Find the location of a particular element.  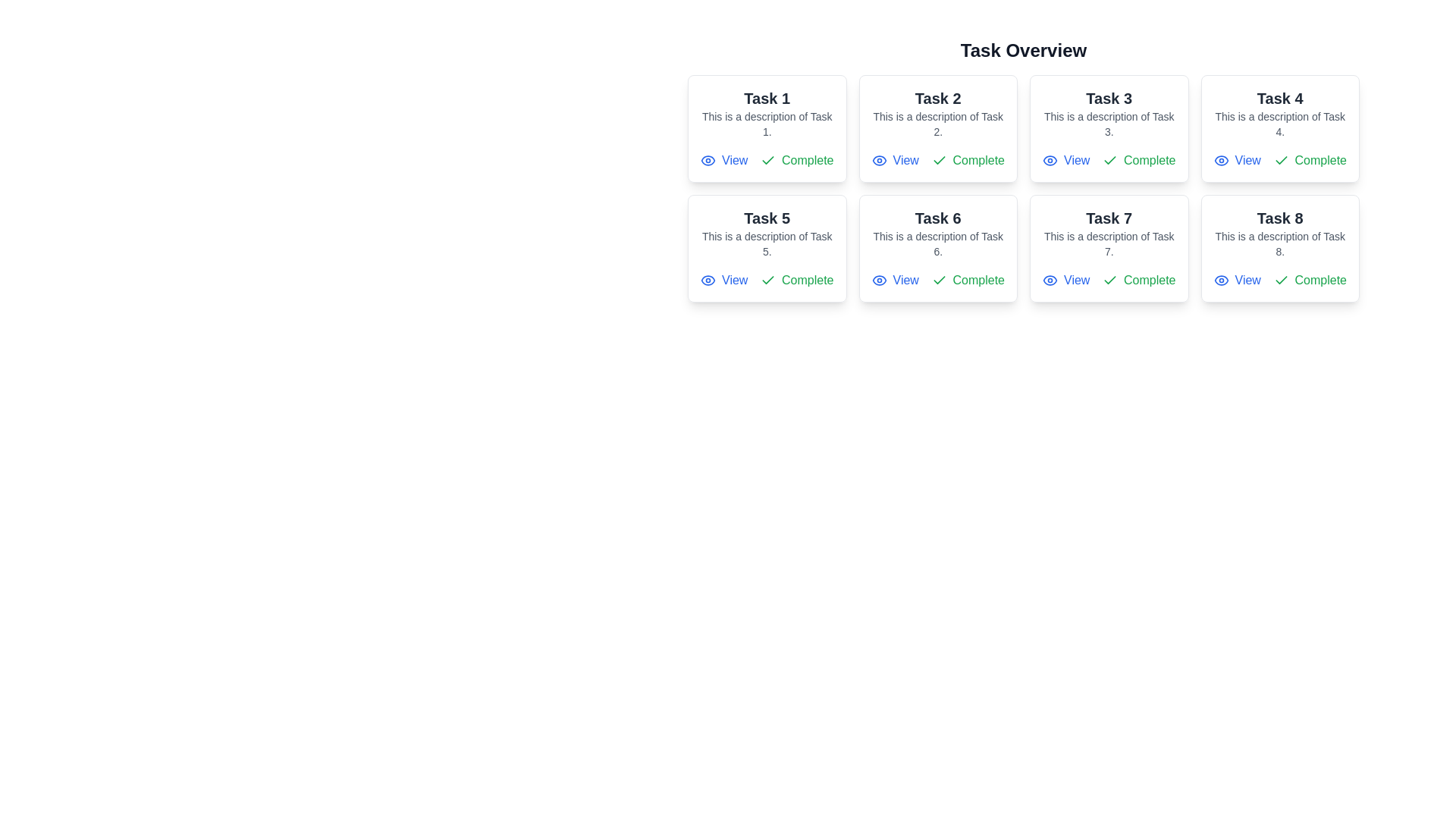

the checkmark icon located in the lower row of task cards, specifically within 'Task 6', adjacent to the text 'Complete' is located at coordinates (938, 281).